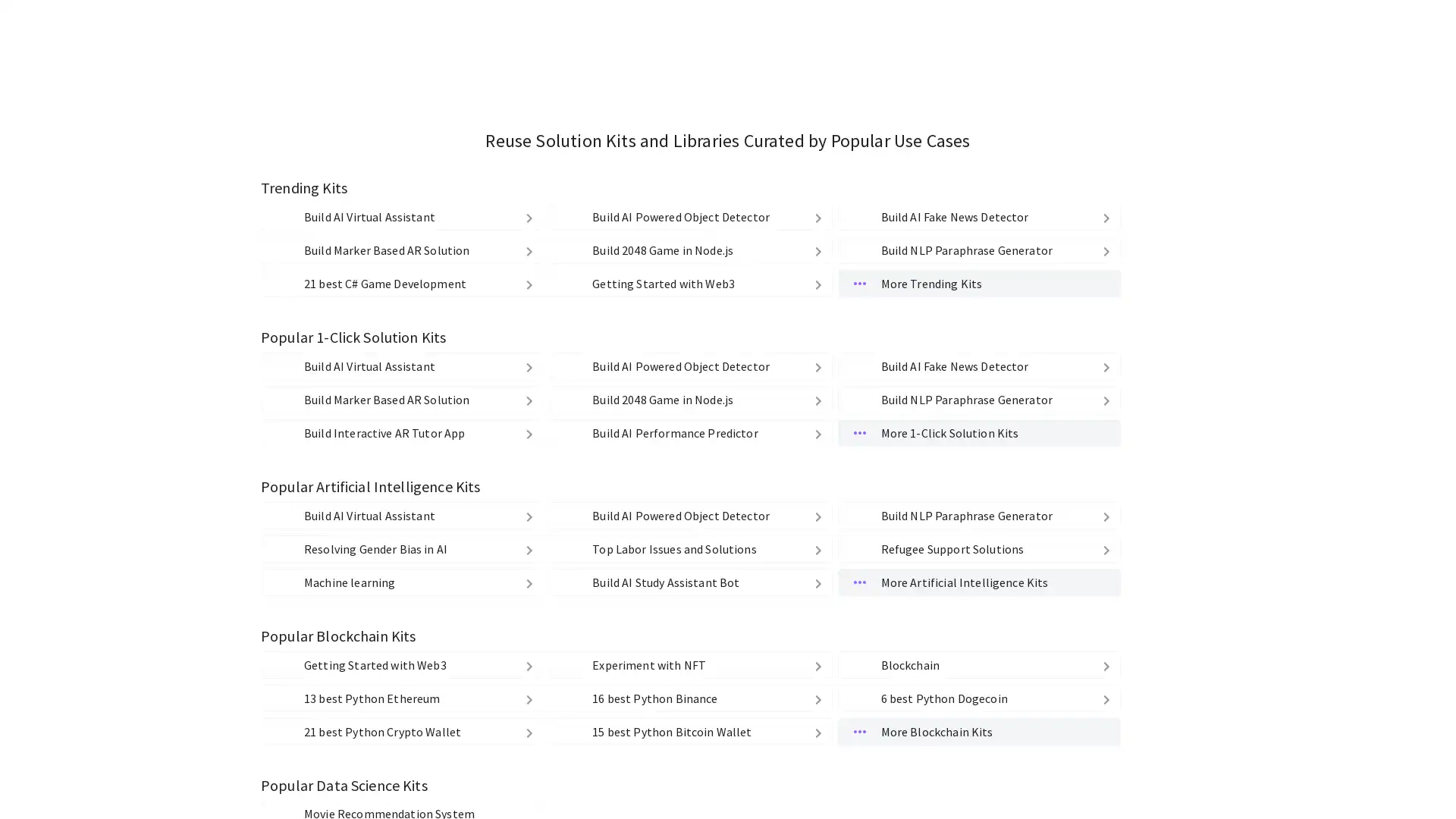 This screenshot has height=819, width=1456. What do you see at coordinates (448, 380) in the screenshot?
I see `JavaScript JavaScript` at bounding box center [448, 380].